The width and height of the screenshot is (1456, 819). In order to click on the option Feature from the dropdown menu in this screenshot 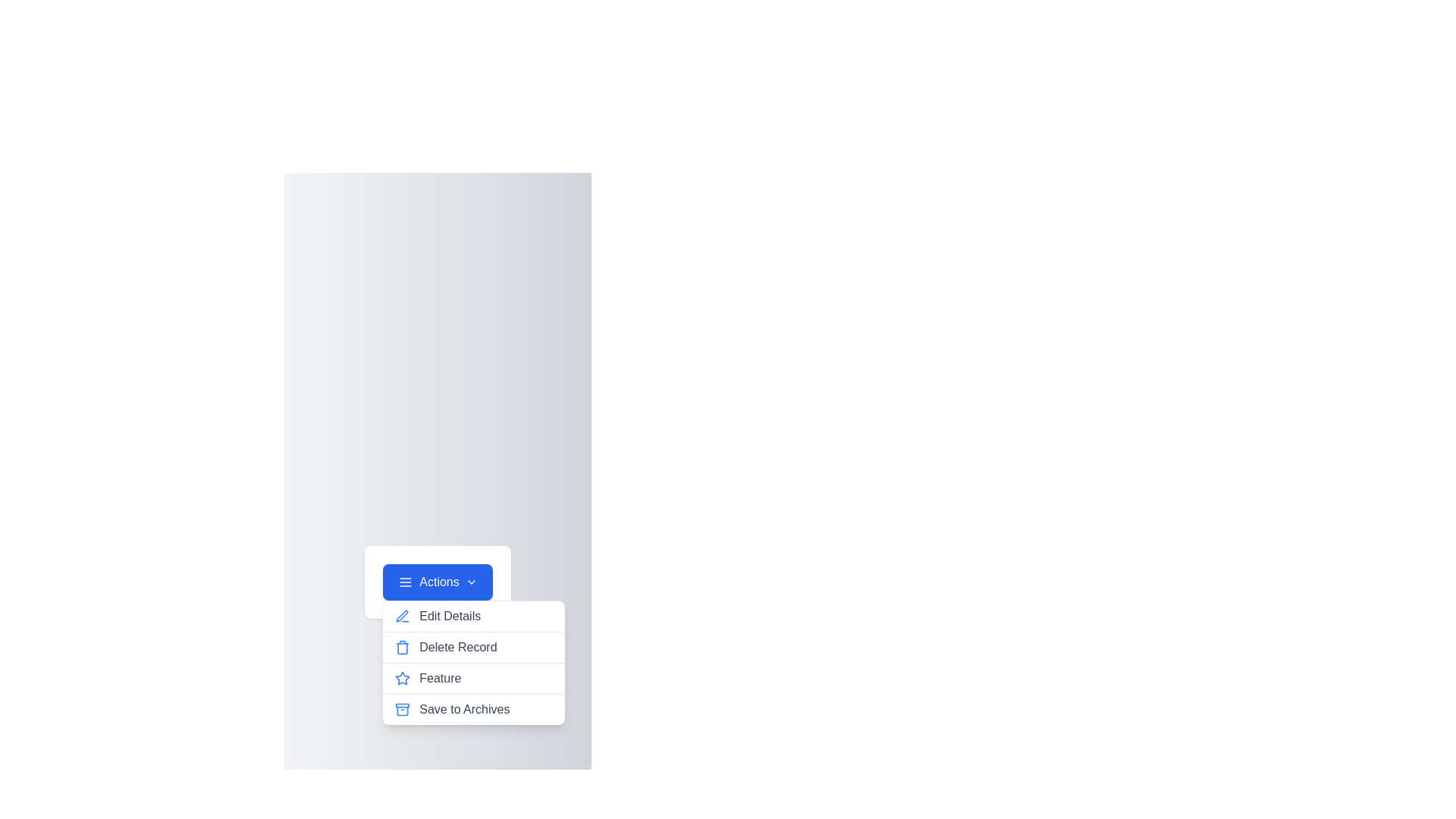, I will do `click(472, 678)`.